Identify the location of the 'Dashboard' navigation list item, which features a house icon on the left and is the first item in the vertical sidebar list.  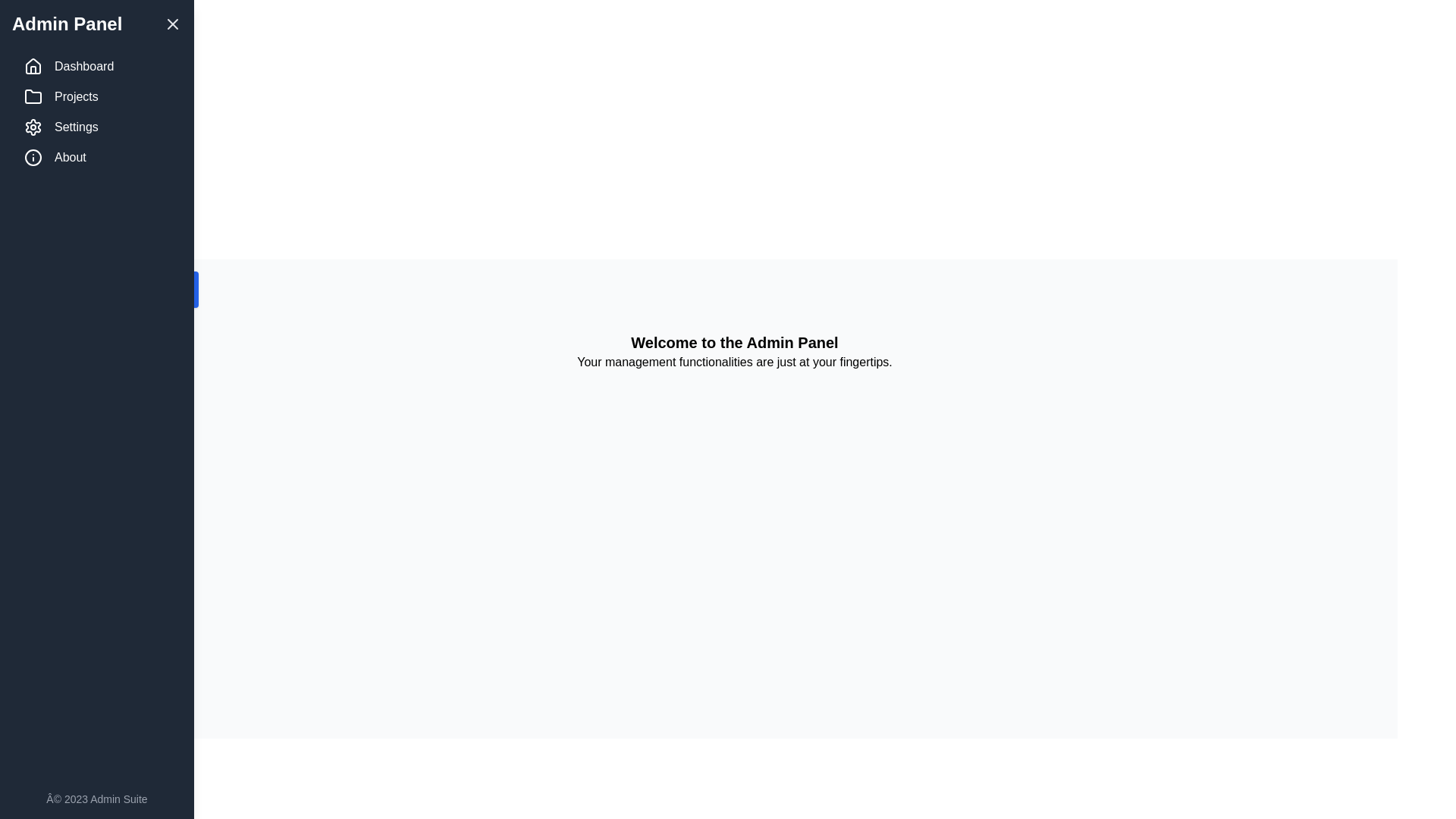
(96, 66).